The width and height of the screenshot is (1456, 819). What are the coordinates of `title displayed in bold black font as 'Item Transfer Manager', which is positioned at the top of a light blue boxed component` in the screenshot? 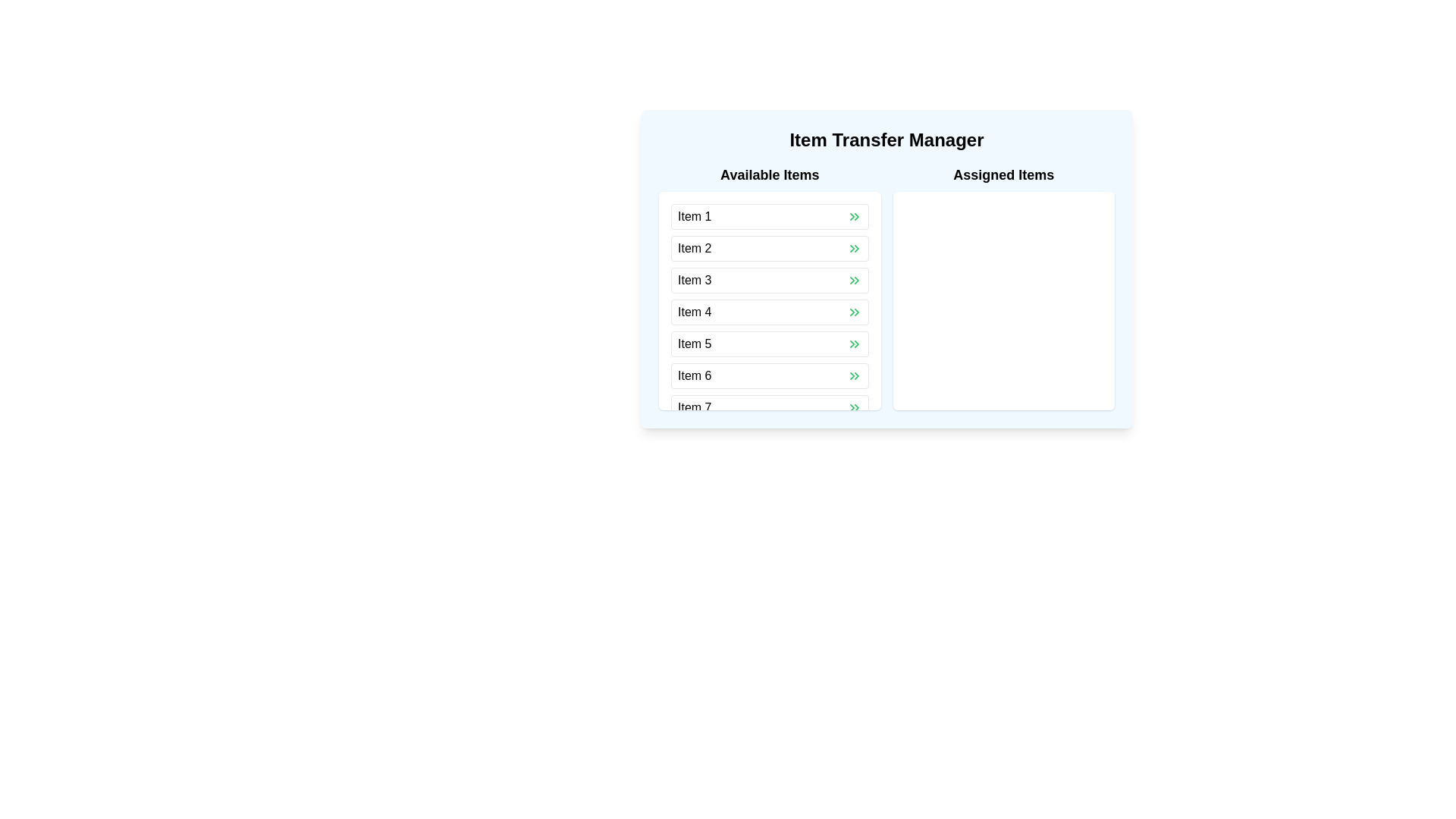 It's located at (886, 140).